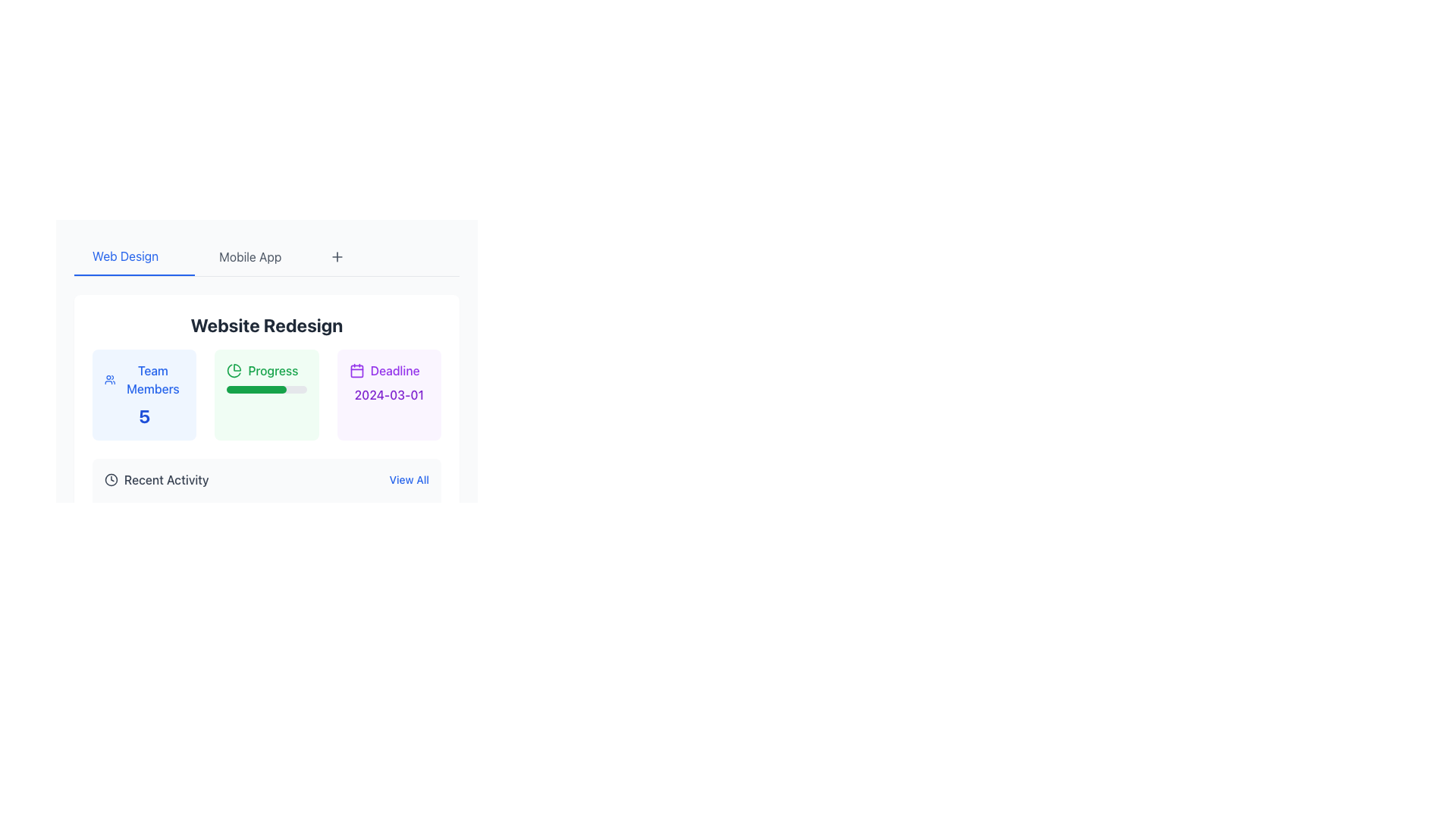  What do you see at coordinates (111, 479) in the screenshot?
I see `the outer circular component of the clock icon, which serves as a decorative boundary for the clock's face` at bounding box center [111, 479].